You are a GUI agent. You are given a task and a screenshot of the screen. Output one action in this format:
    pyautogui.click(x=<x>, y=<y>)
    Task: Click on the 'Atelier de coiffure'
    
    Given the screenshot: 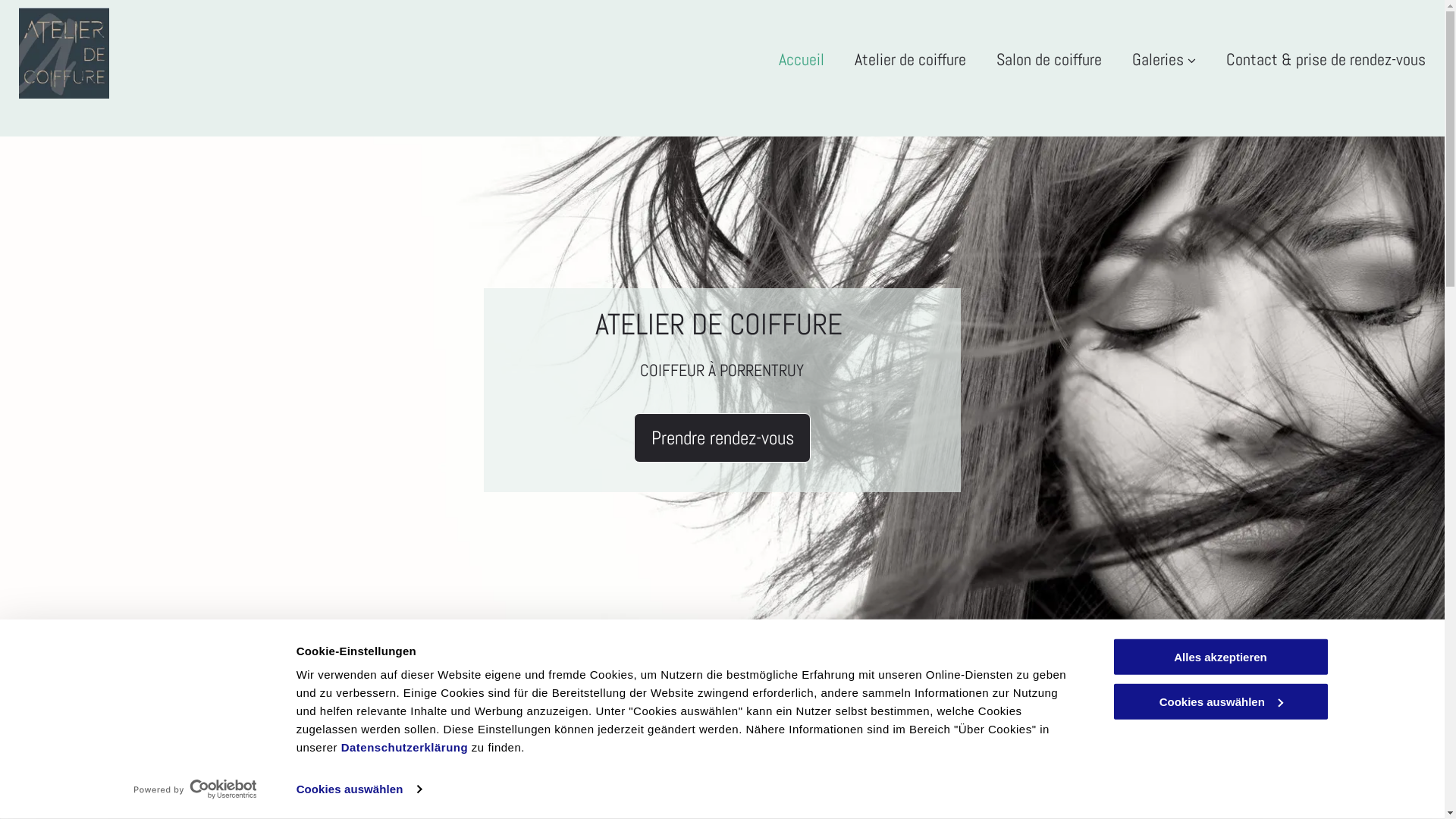 What is the action you would take?
    pyautogui.click(x=910, y=57)
    